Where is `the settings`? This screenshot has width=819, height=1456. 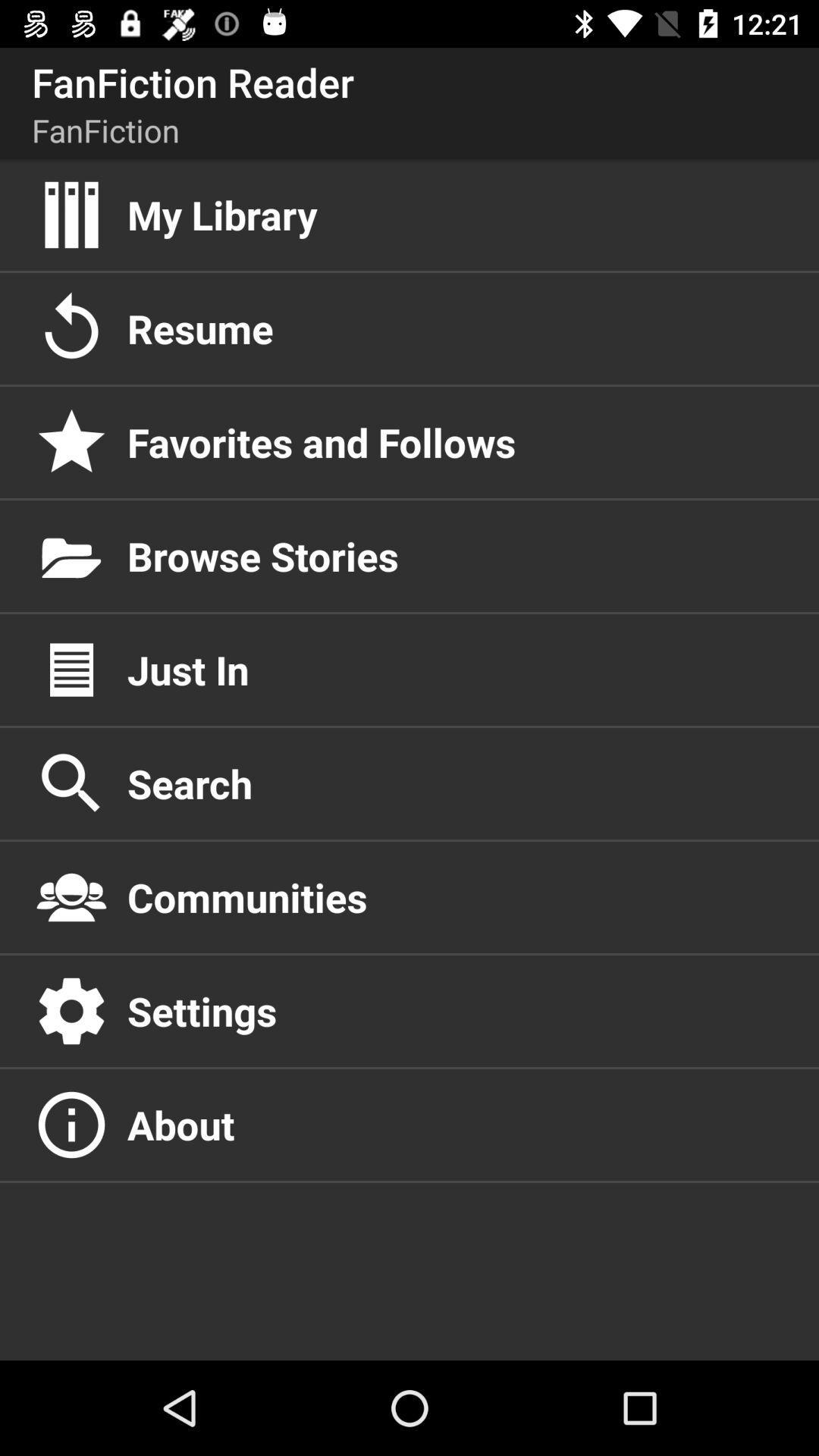 the settings is located at coordinates (456, 1011).